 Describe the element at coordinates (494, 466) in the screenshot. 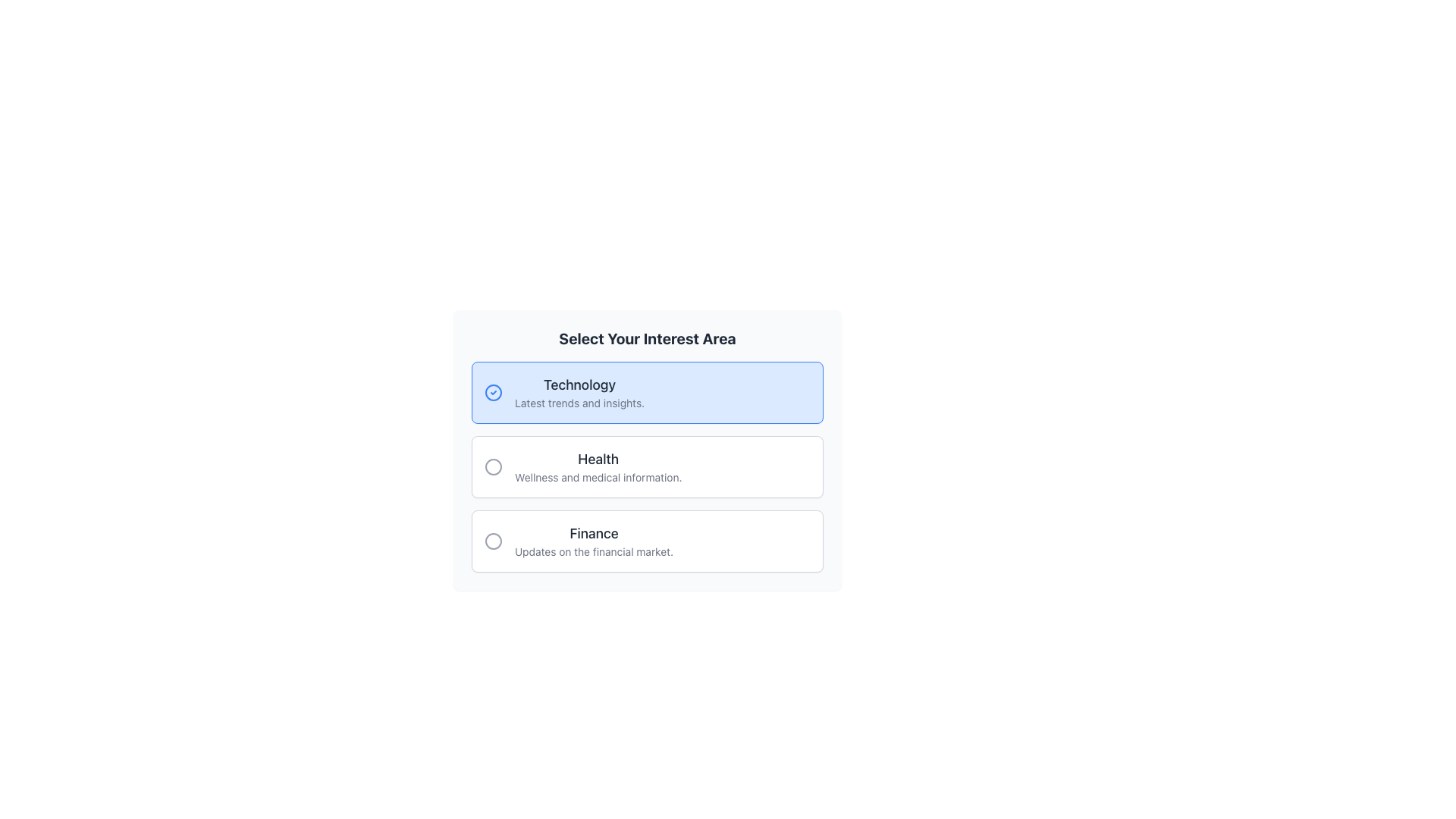

I see `the circular radio button representing the 'Health' category` at that location.